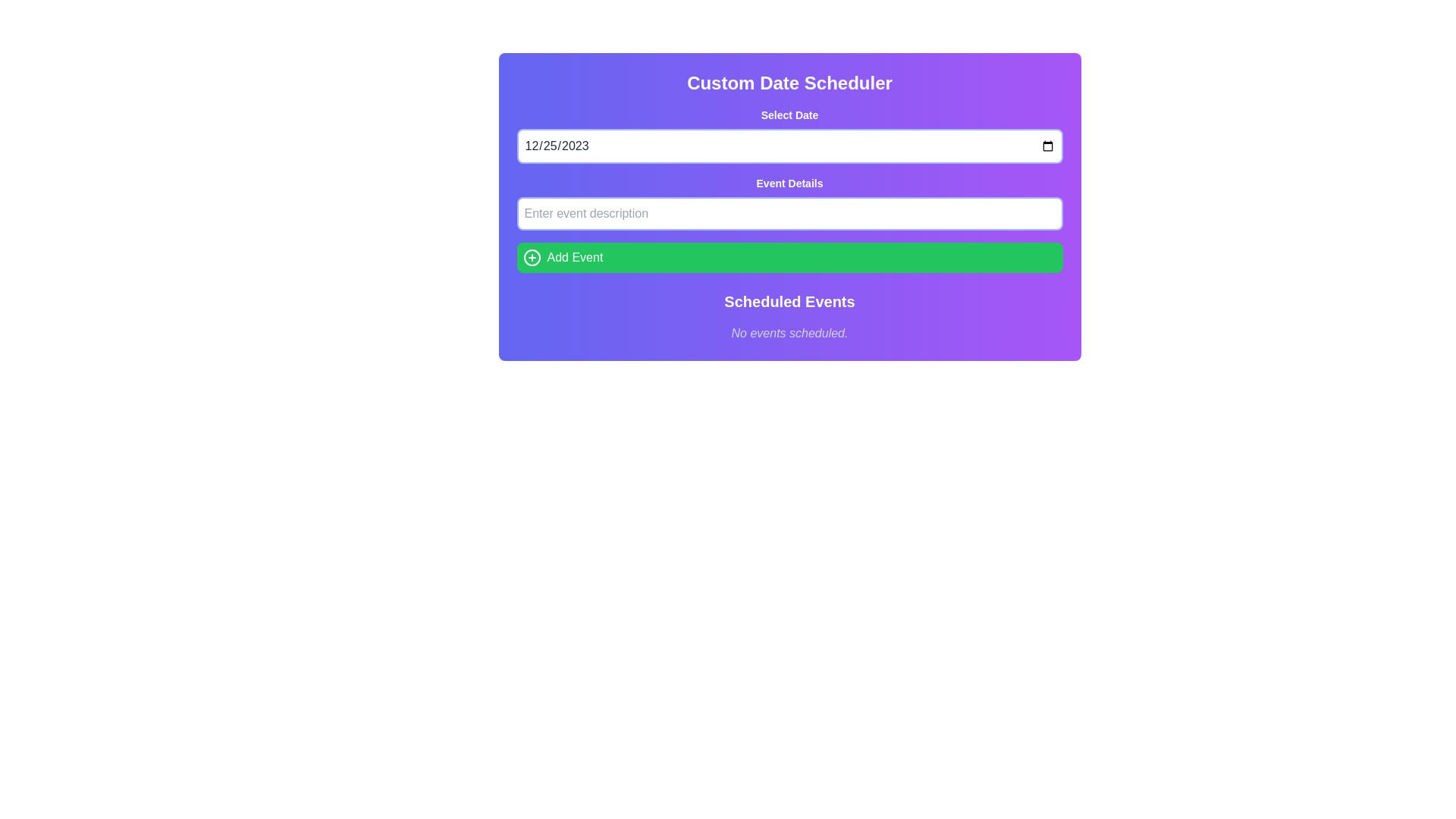 The image size is (1456, 819). I want to click on the 'Add Event' button located at the bottom of the grouped section, so click(789, 256).